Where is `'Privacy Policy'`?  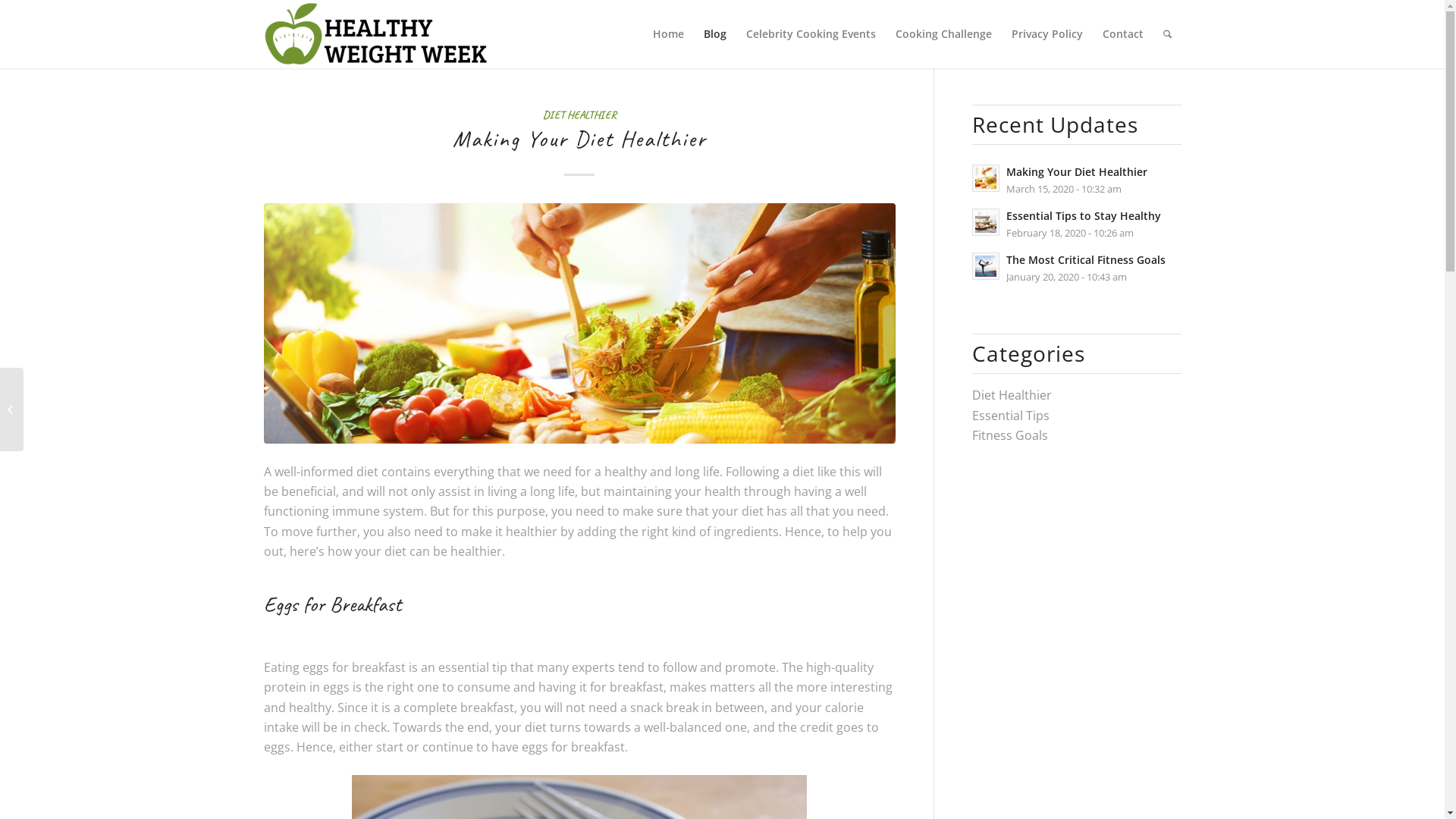 'Privacy Policy' is located at coordinates (1046, 34).